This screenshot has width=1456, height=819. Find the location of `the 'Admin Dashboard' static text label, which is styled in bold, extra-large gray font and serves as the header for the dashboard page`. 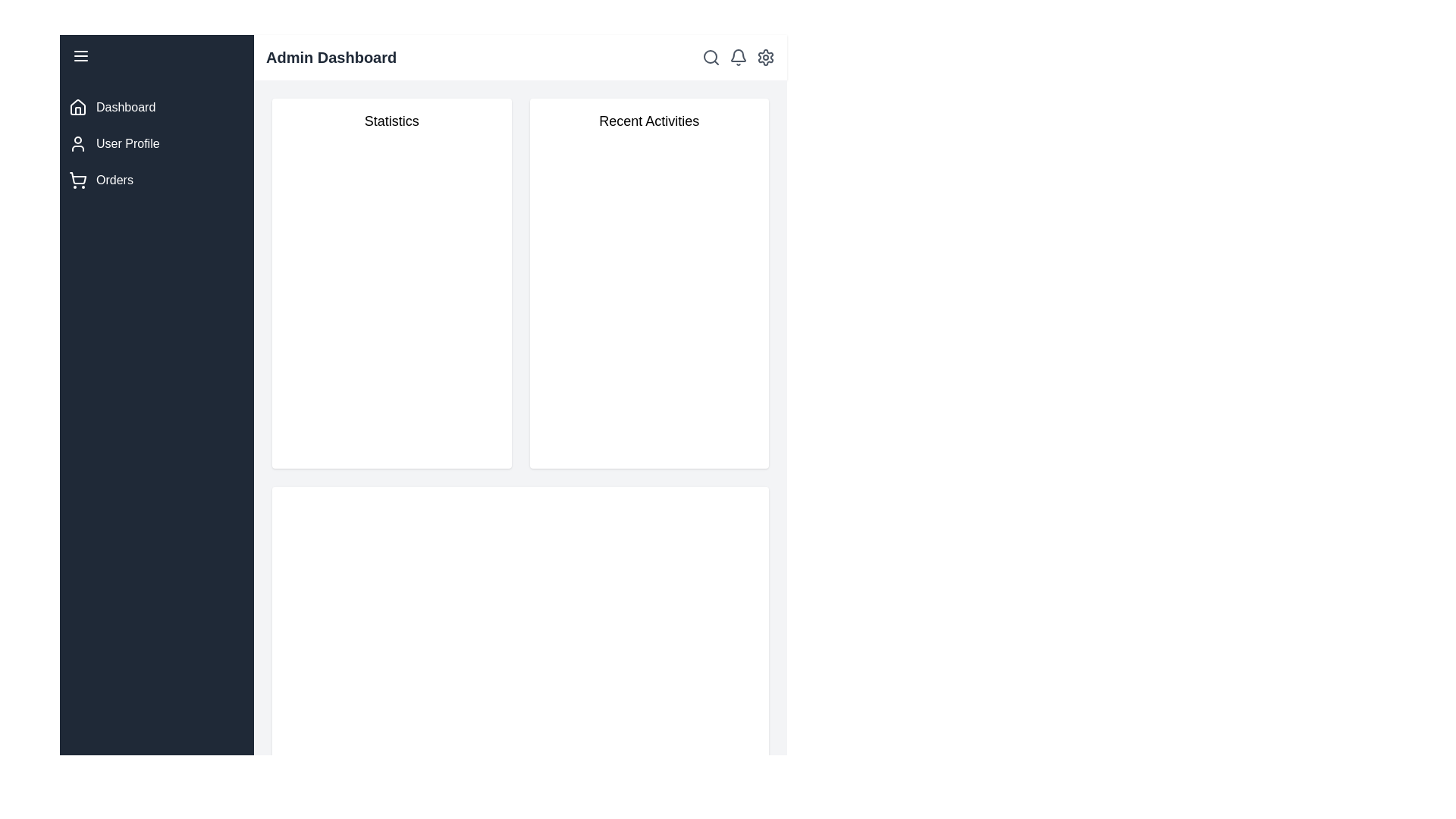

the 'Admin Dashboard' static text label, which is styled in bold, extra-large gray font and serves as the header for the dashboard page is located at coordinates (331, 57).